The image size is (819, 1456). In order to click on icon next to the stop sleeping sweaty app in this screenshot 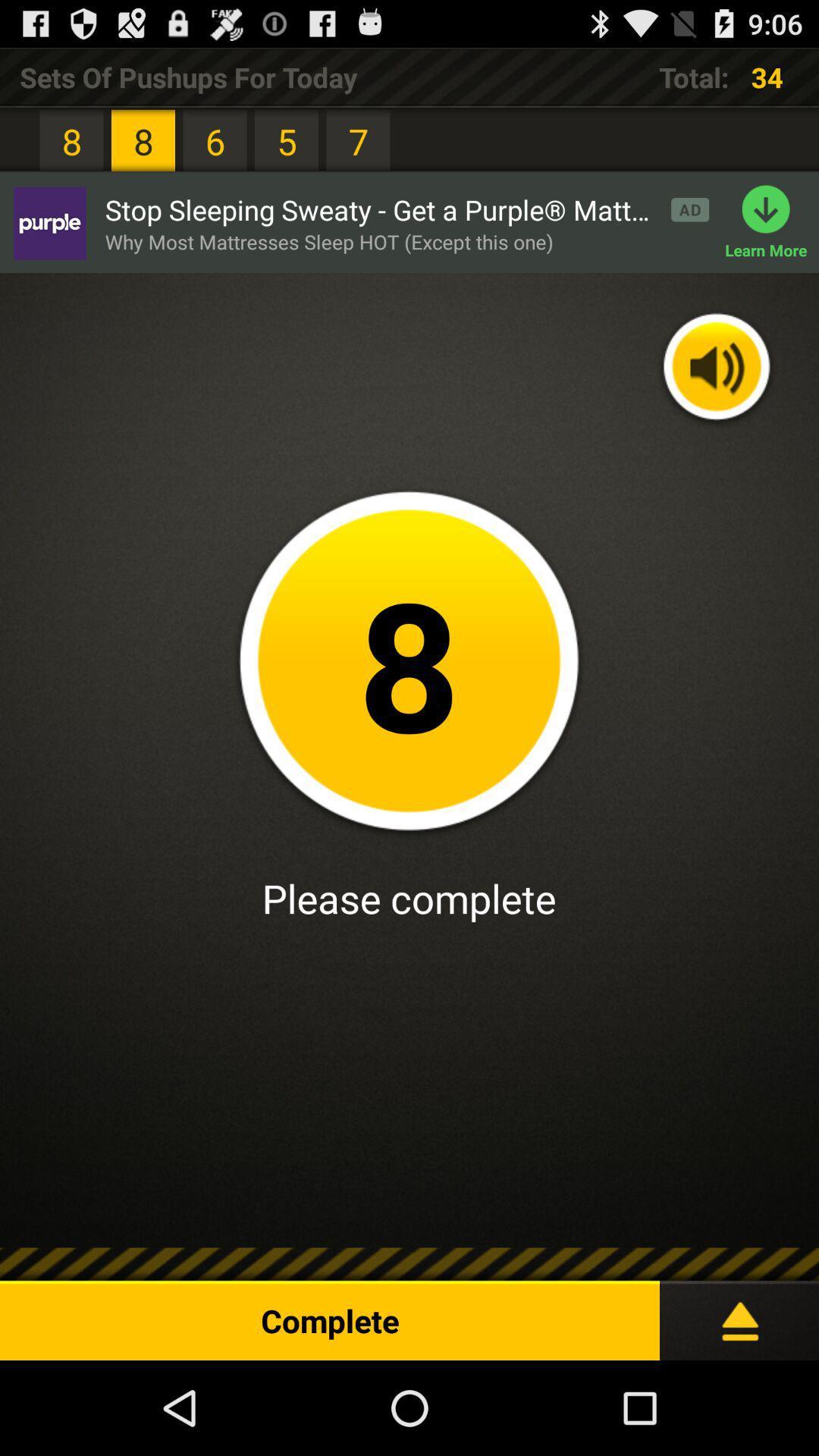, I will do `click(49, 222)`.